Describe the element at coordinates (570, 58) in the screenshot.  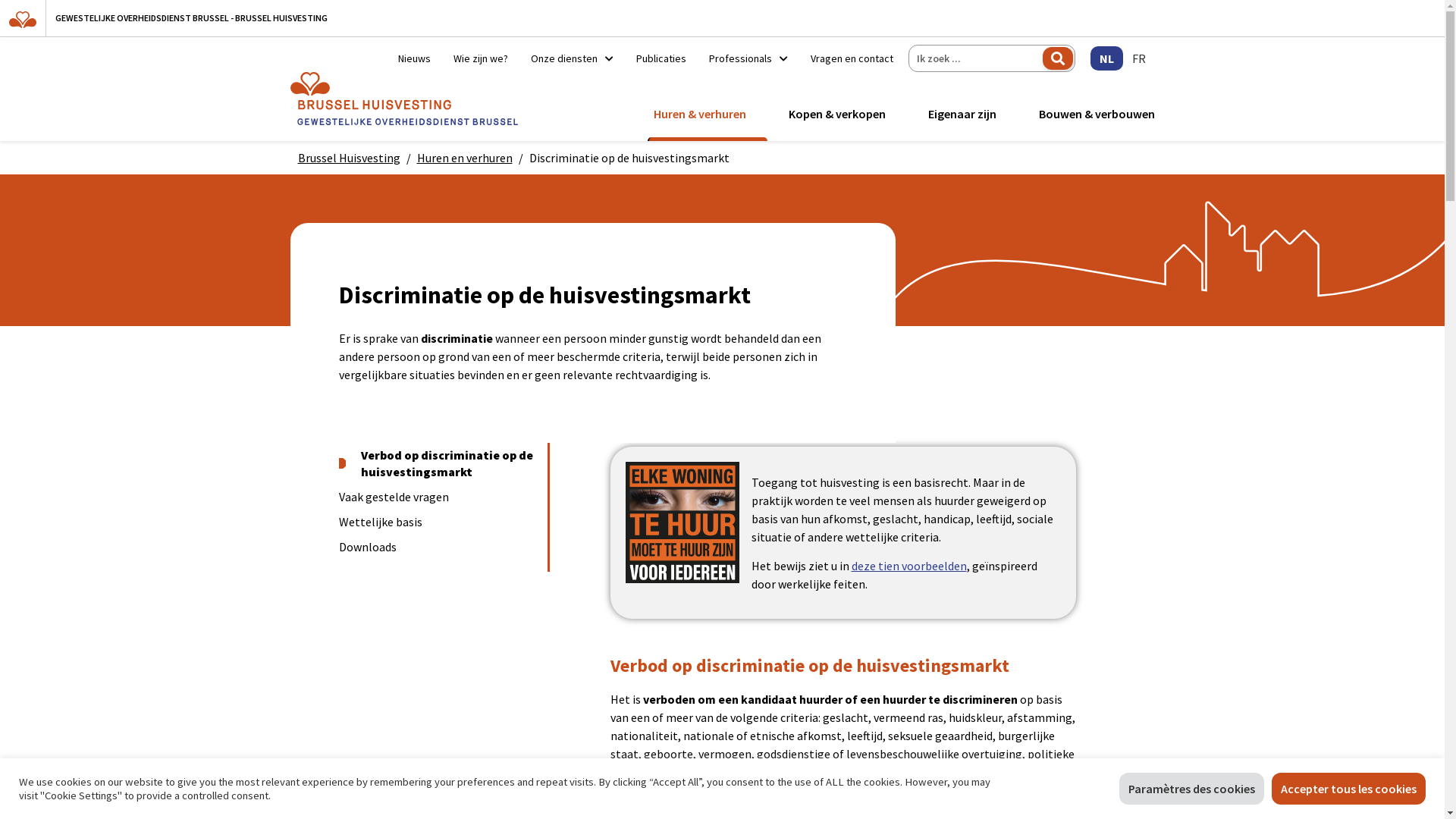
I see `'Onze diensten'` at that location.